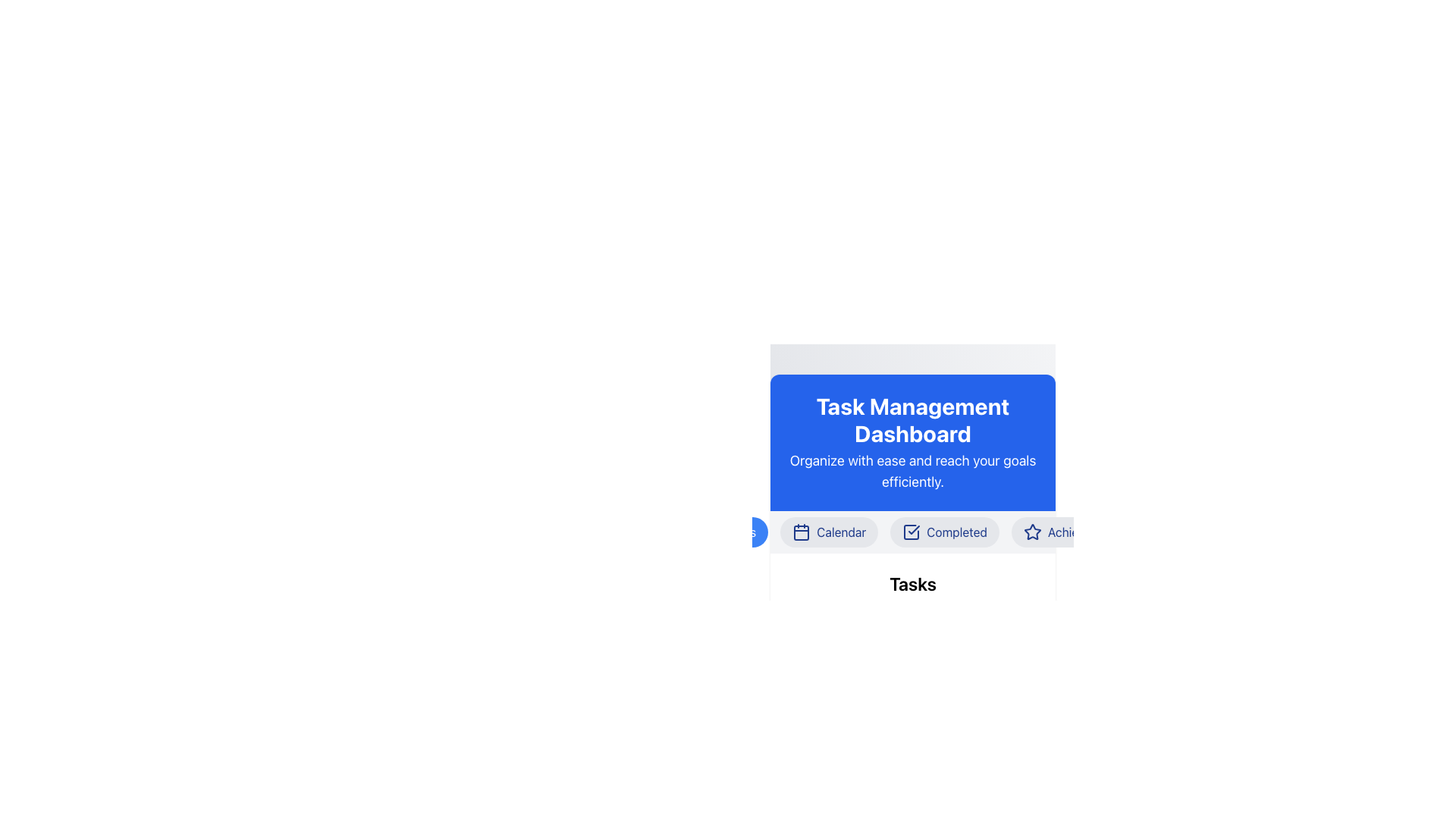 This screenshot has width=1456, height=819. Describe the element at coordinates (912, 532) in the screenshot. I see `the third button in the row below the 'Task Management Dashboard' header` at that location.